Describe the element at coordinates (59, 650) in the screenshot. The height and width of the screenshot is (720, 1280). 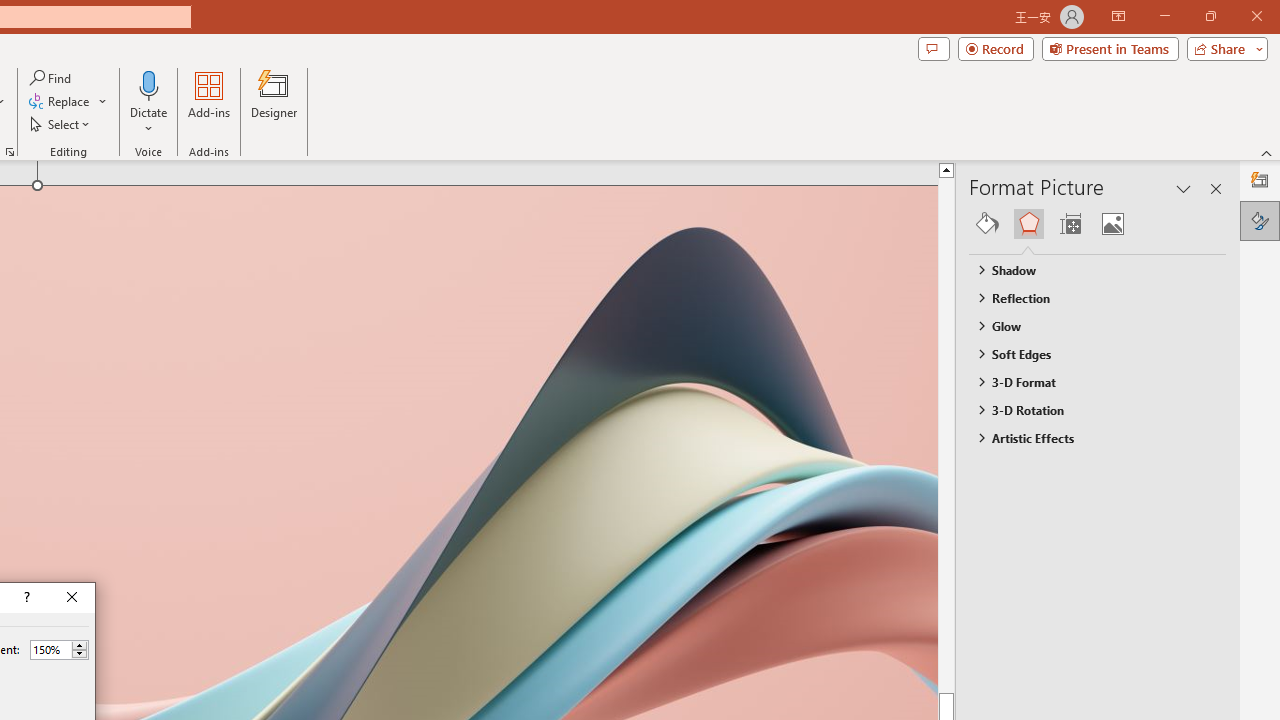
I see `'Percent'` at that location.